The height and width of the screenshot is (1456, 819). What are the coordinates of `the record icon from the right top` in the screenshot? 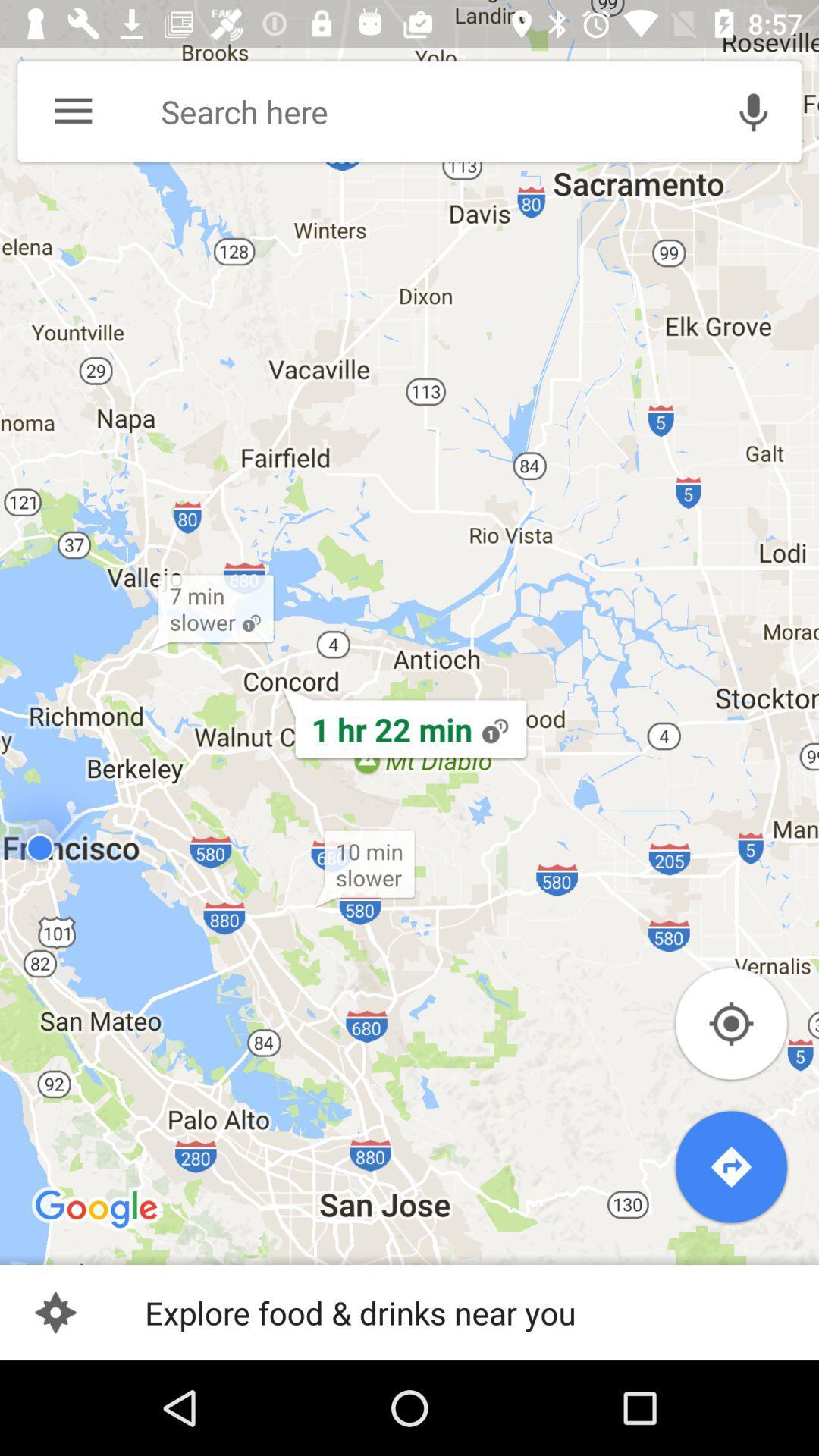 It's located at (754, 111).